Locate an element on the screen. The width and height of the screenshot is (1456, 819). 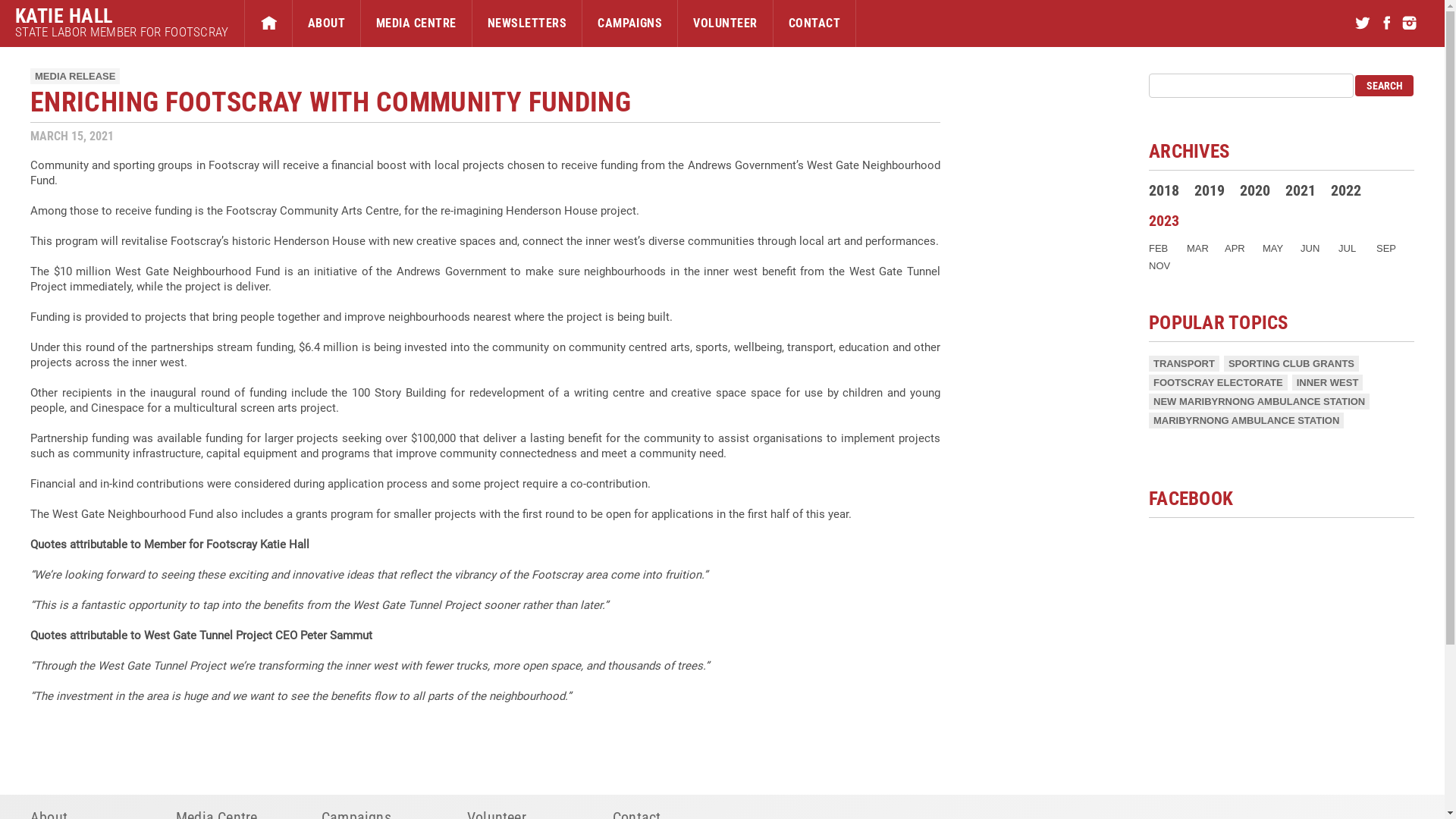
'ABOUT' is located at coordinates (325, 23).